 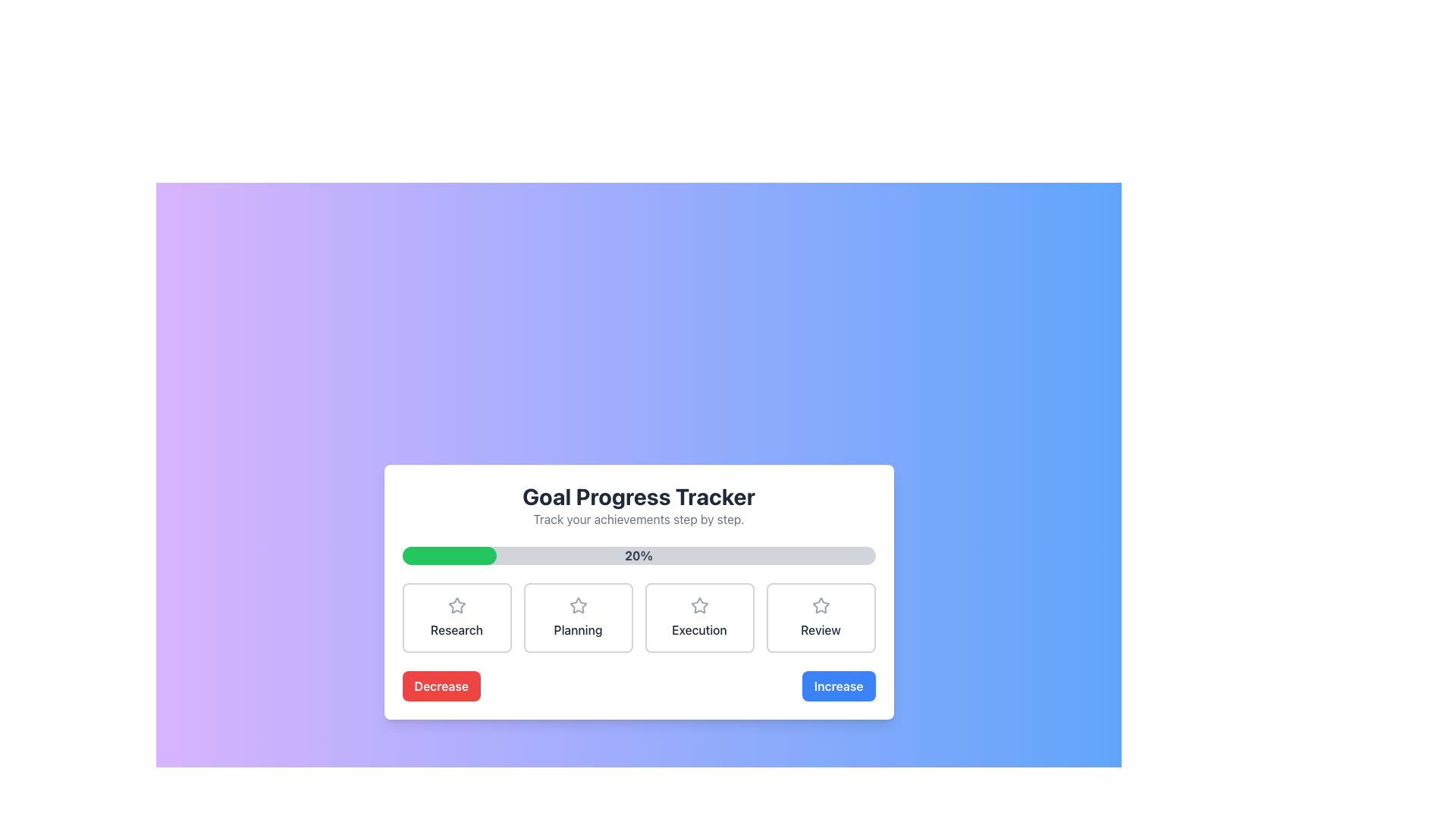 What do you see at coordinates (698, 604) in the screenshot?
I see `the gray star icon located in the 'Execution' section` at bounding box center [698, 604].